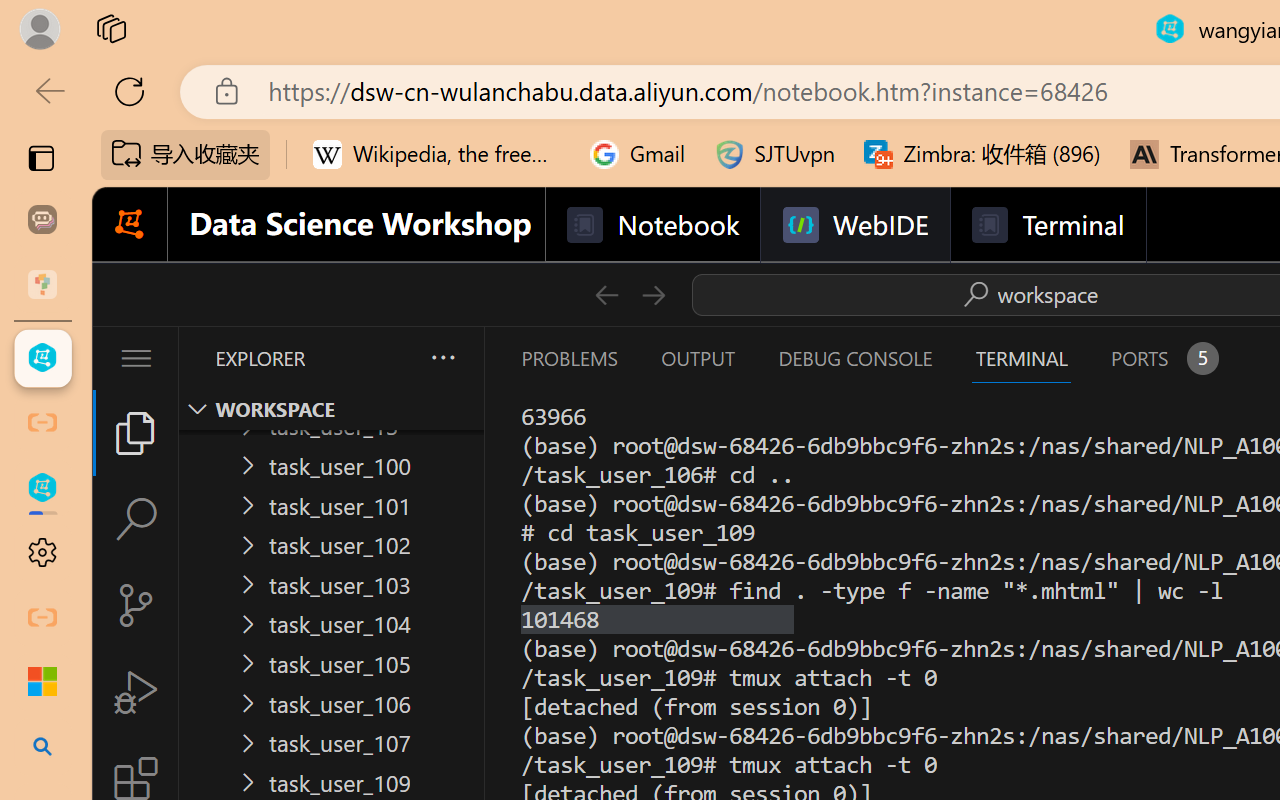 This screenshot has width=1280, height=800. What do you see at coordinates (854, 358) in the screenshot?
I see `'Debug Console (Ctrl+Shift+Y)'` at bounding box center [854, 358].